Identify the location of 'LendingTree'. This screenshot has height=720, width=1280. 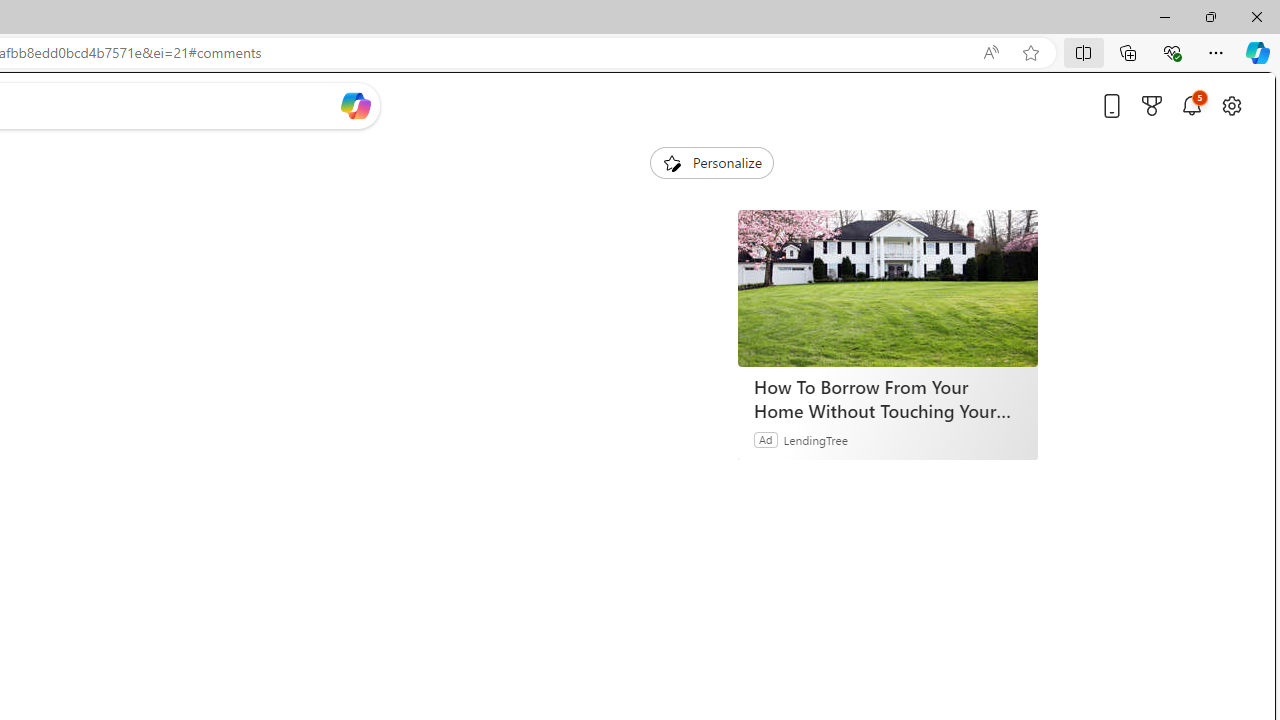
(816, 438).